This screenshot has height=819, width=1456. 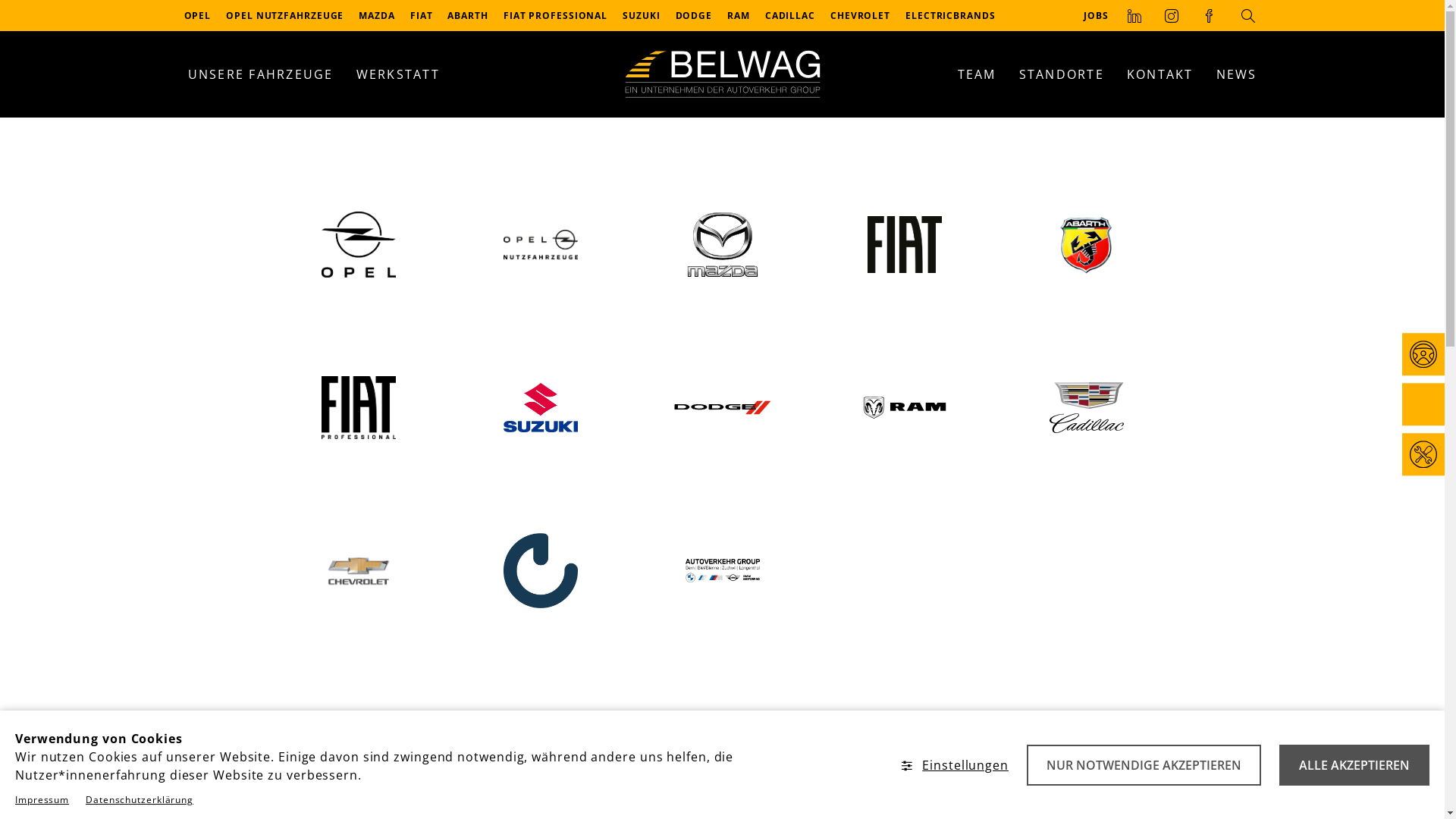 I want to click on 'Cadillac', so click(x=1086, y=406).